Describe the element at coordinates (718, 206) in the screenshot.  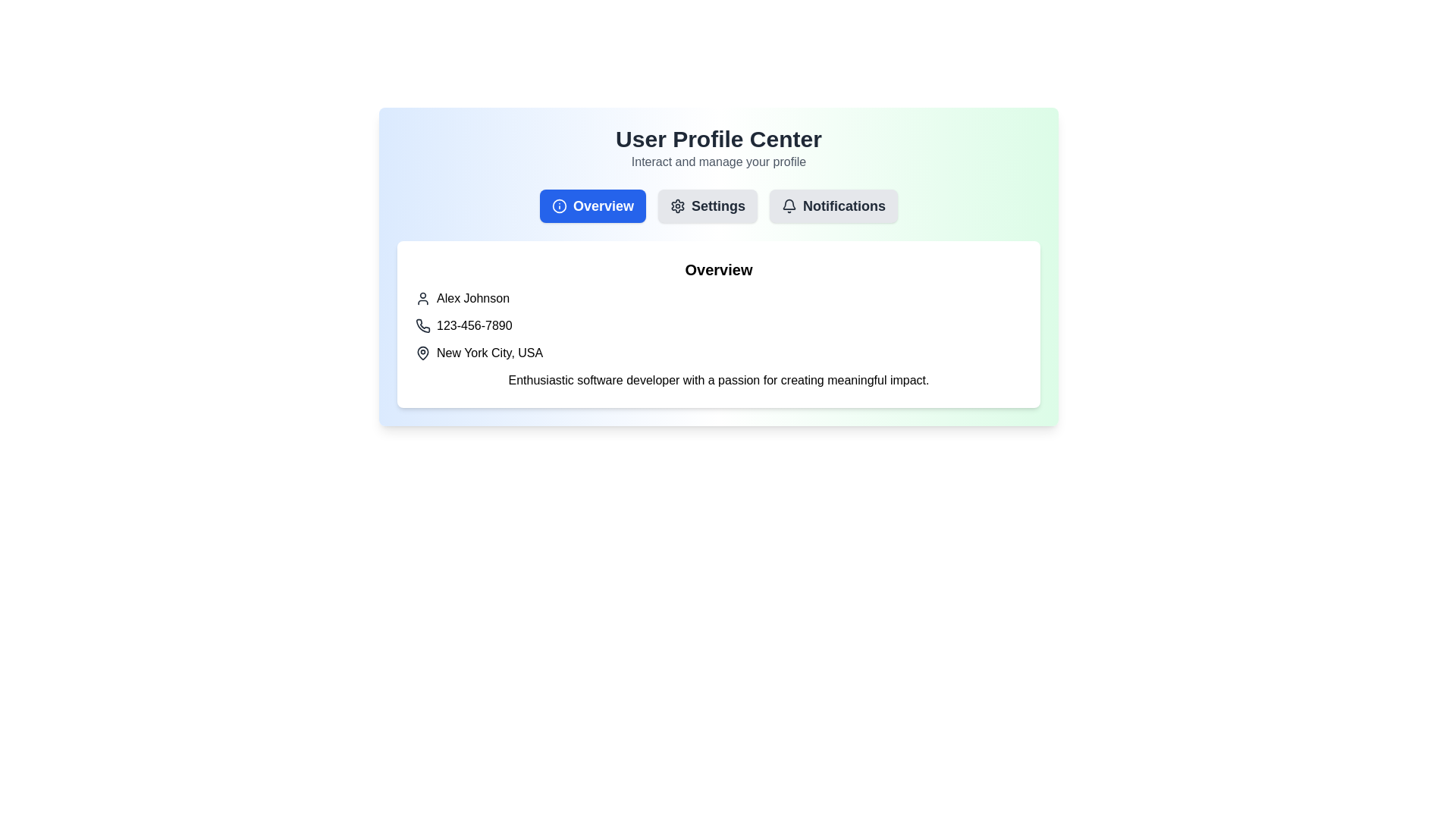
I see `the Navigation Menu located below the 'User Profile Center' heading` at that location.